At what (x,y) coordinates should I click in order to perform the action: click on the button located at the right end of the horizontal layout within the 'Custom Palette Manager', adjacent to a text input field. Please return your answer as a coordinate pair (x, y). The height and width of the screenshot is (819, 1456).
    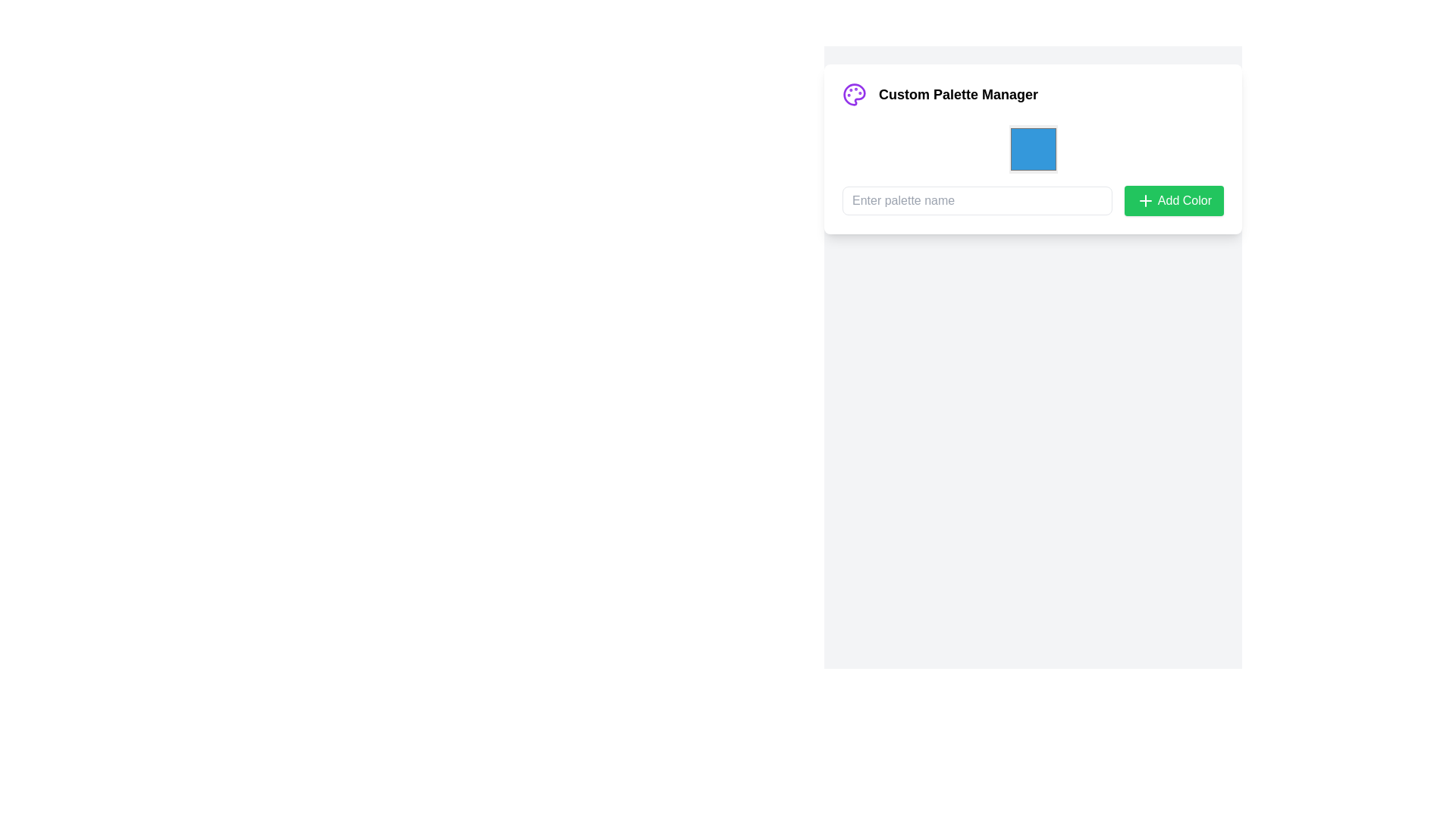
    Looking at the image, I should click on (1173, 200).